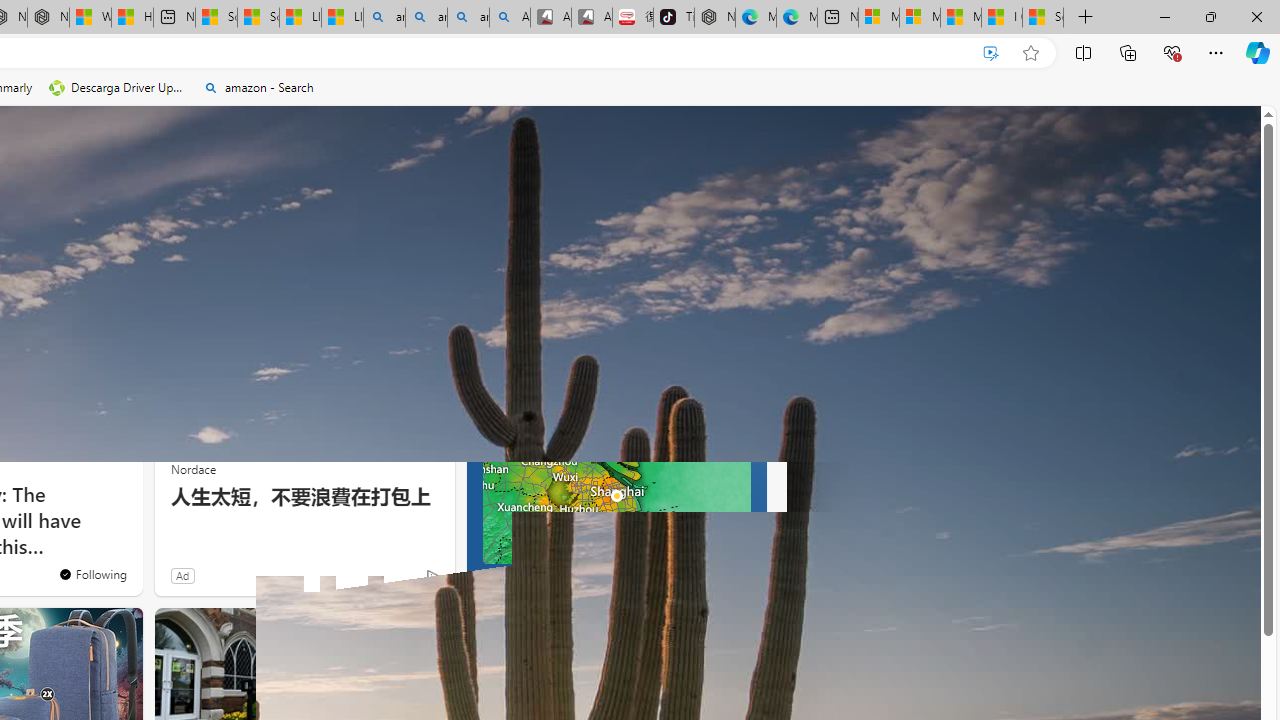 Image resolution: width=1280 pixels, height=720 pixels. Describe the element at coordinates (1255, 16) in the screenshot. I see `'Close'` at that location.